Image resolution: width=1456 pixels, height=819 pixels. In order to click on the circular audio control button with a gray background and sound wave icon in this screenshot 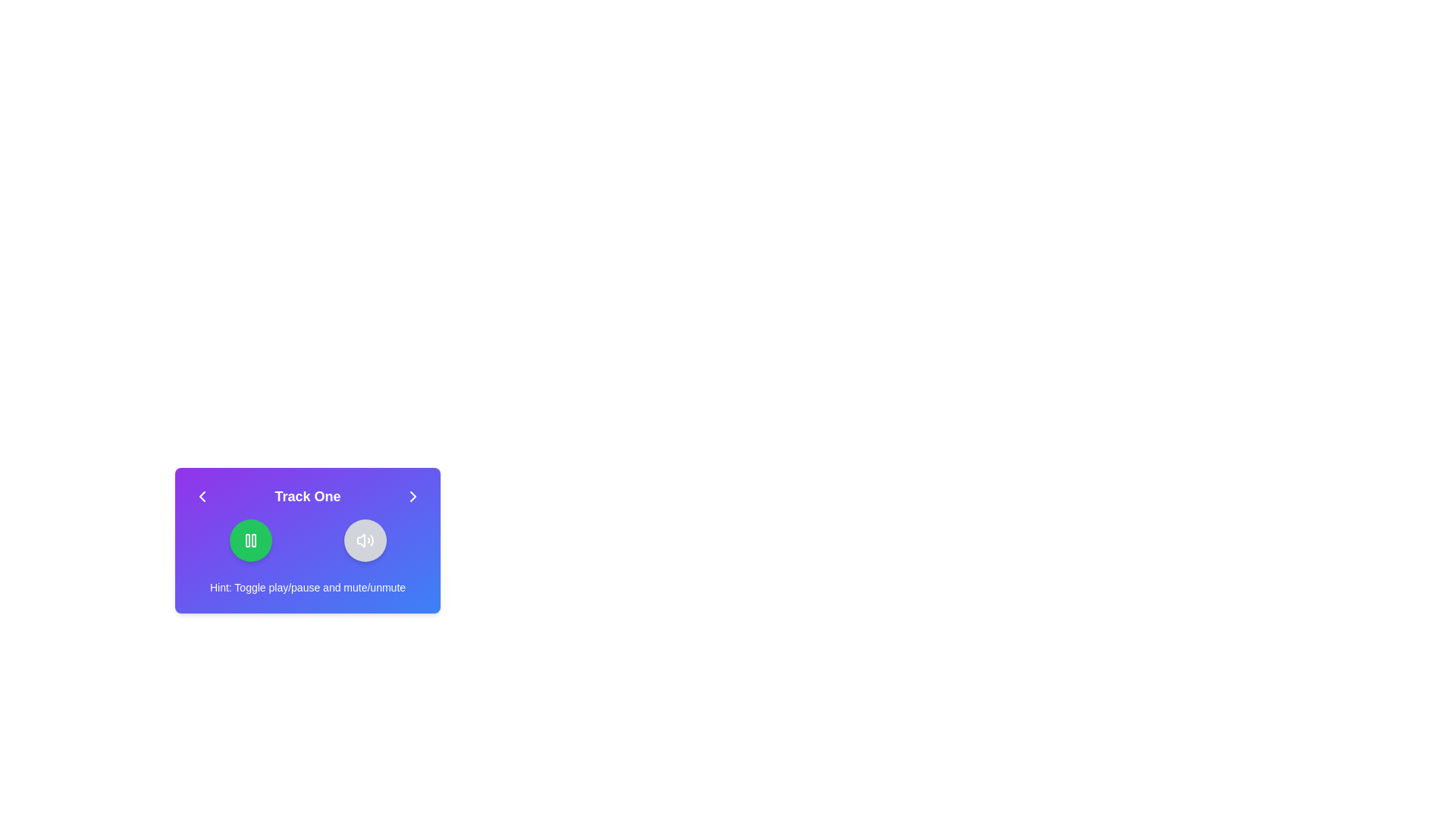, I will do `click(365, 540)`.